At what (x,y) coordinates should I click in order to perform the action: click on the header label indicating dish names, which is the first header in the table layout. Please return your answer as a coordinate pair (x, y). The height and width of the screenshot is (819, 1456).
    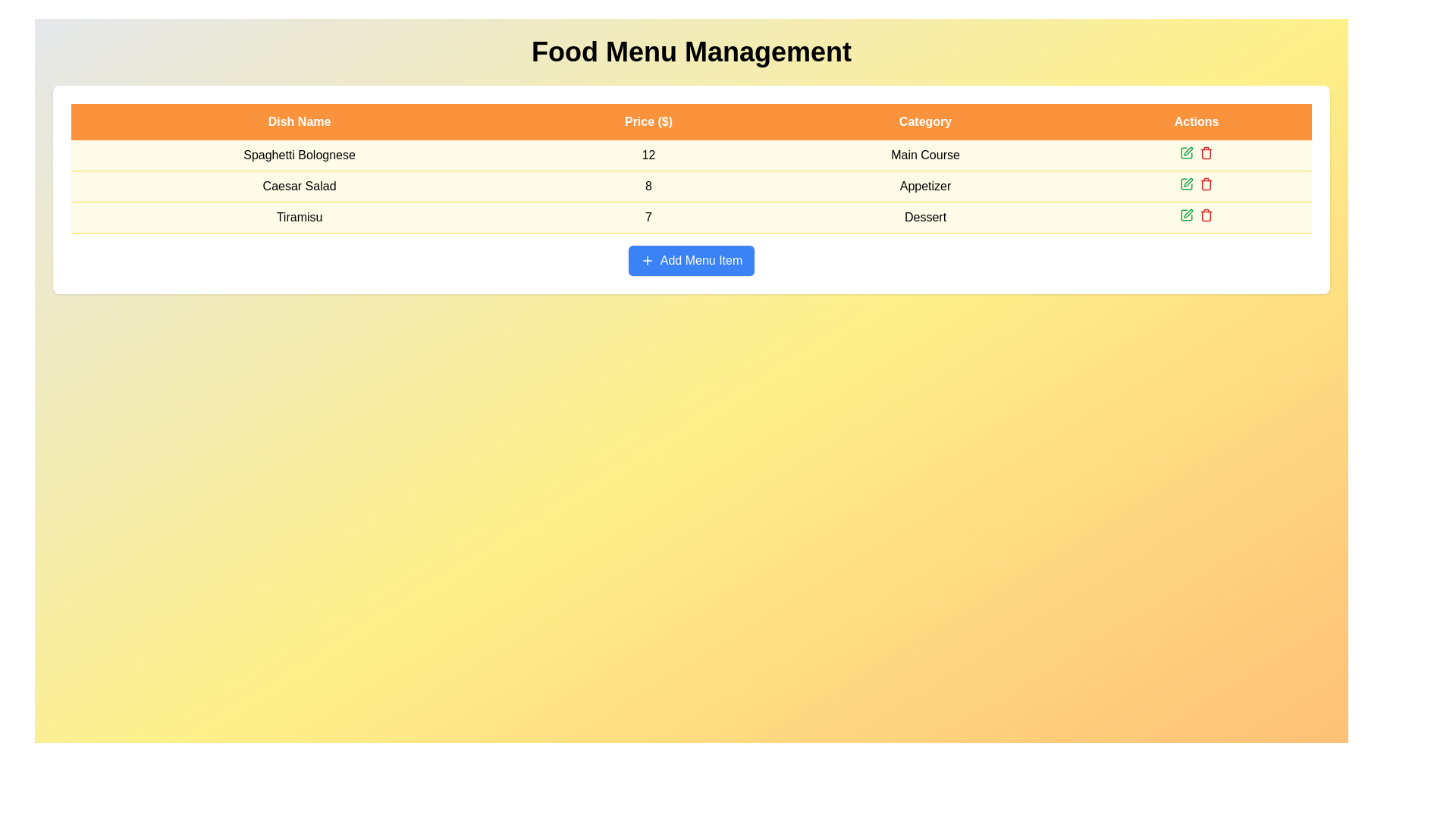
    Looking at the image, I should click on (300, 121).